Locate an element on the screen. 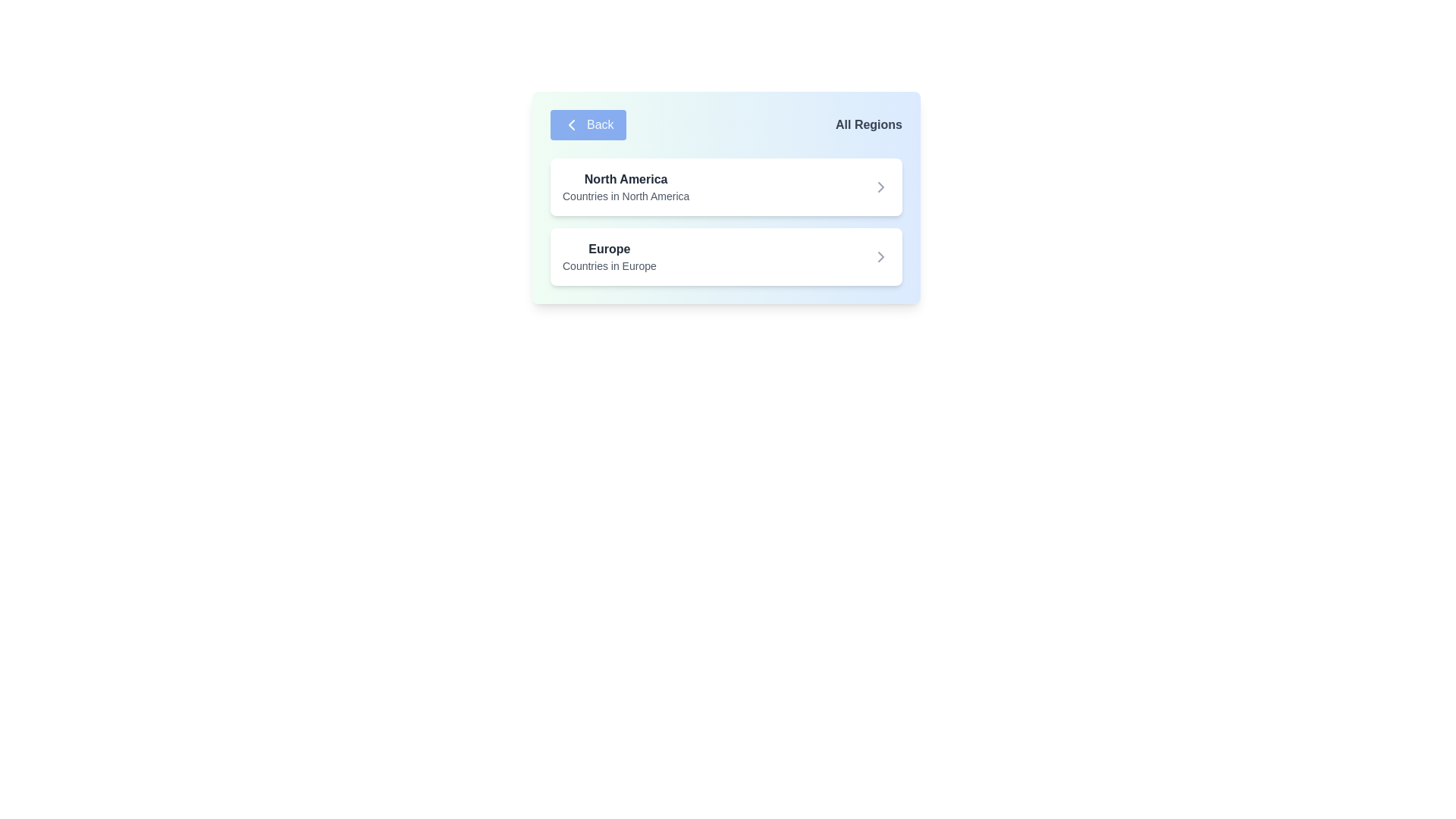  the 'Back' button located at the top-left of the interface is located at coordinates (587, 124).